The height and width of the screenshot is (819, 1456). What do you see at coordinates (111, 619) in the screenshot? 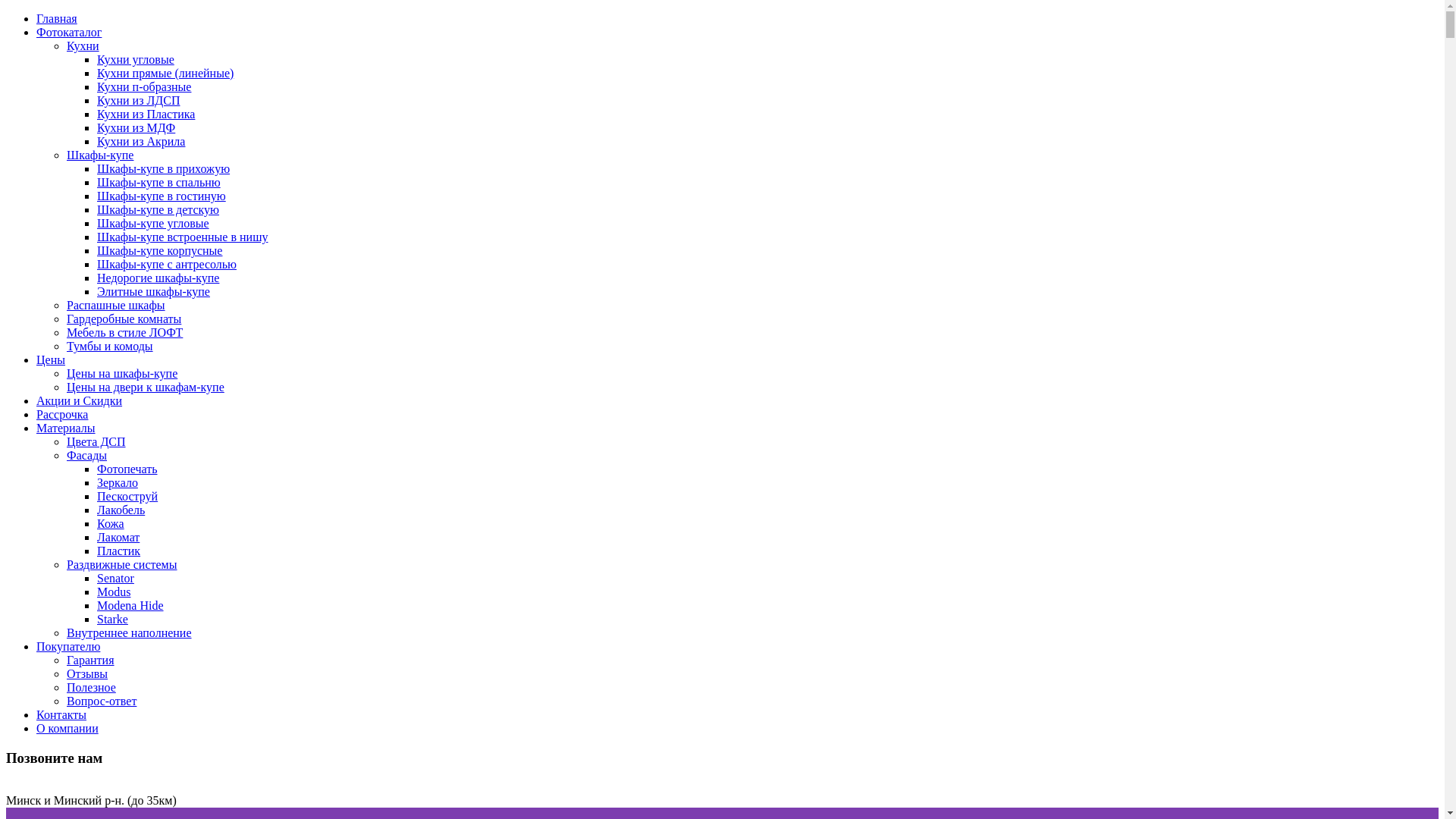
I see `'Starke'` at bounding box center [111, 619].